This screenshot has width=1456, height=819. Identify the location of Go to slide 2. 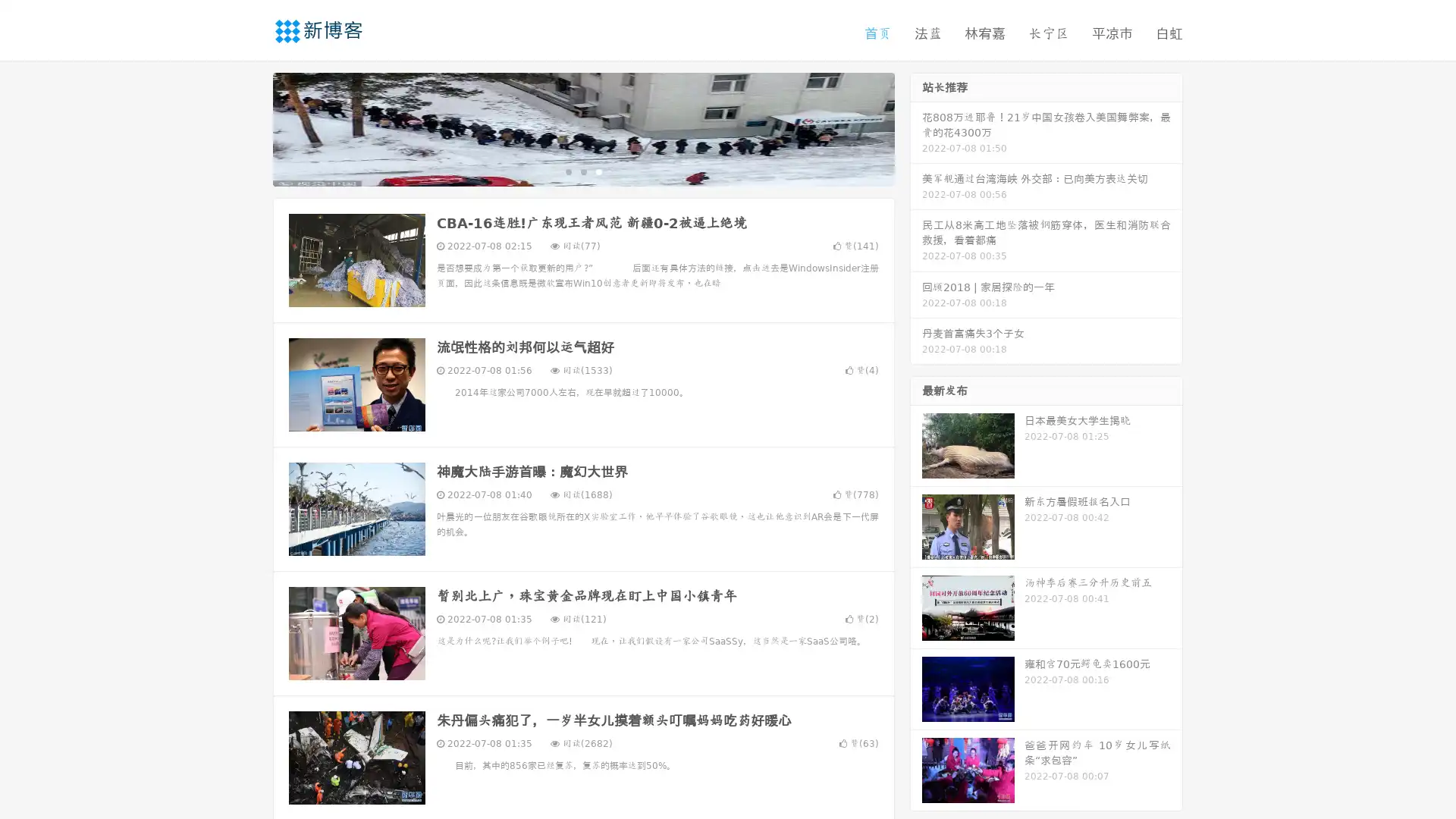
(582, 171).